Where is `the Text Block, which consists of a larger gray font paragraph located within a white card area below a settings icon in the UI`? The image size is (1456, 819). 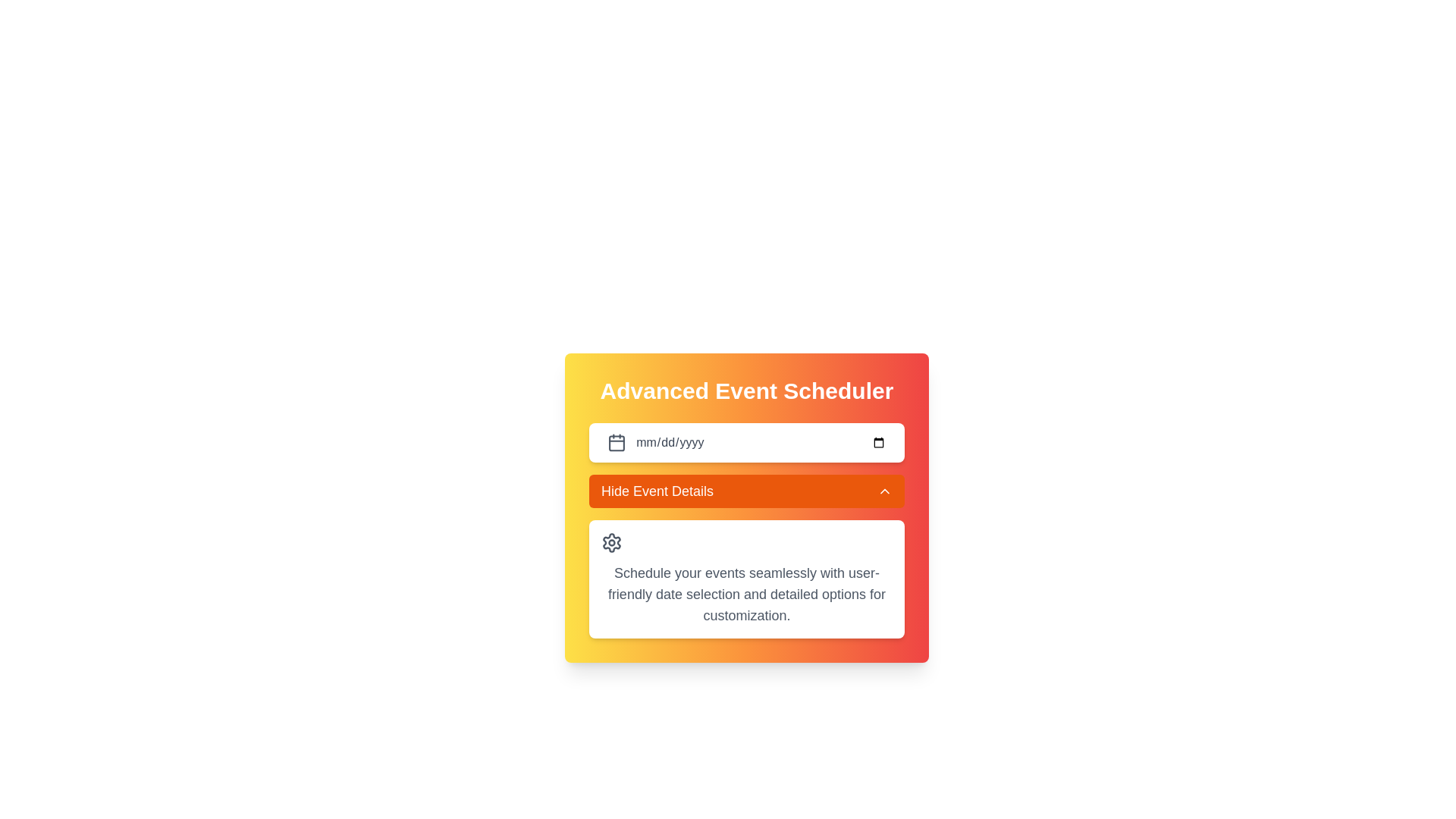
the Text Block, which consists of a larger gray font paragraph located within a white card area below a settings icon in the UI is located at coordinates (746, 593).